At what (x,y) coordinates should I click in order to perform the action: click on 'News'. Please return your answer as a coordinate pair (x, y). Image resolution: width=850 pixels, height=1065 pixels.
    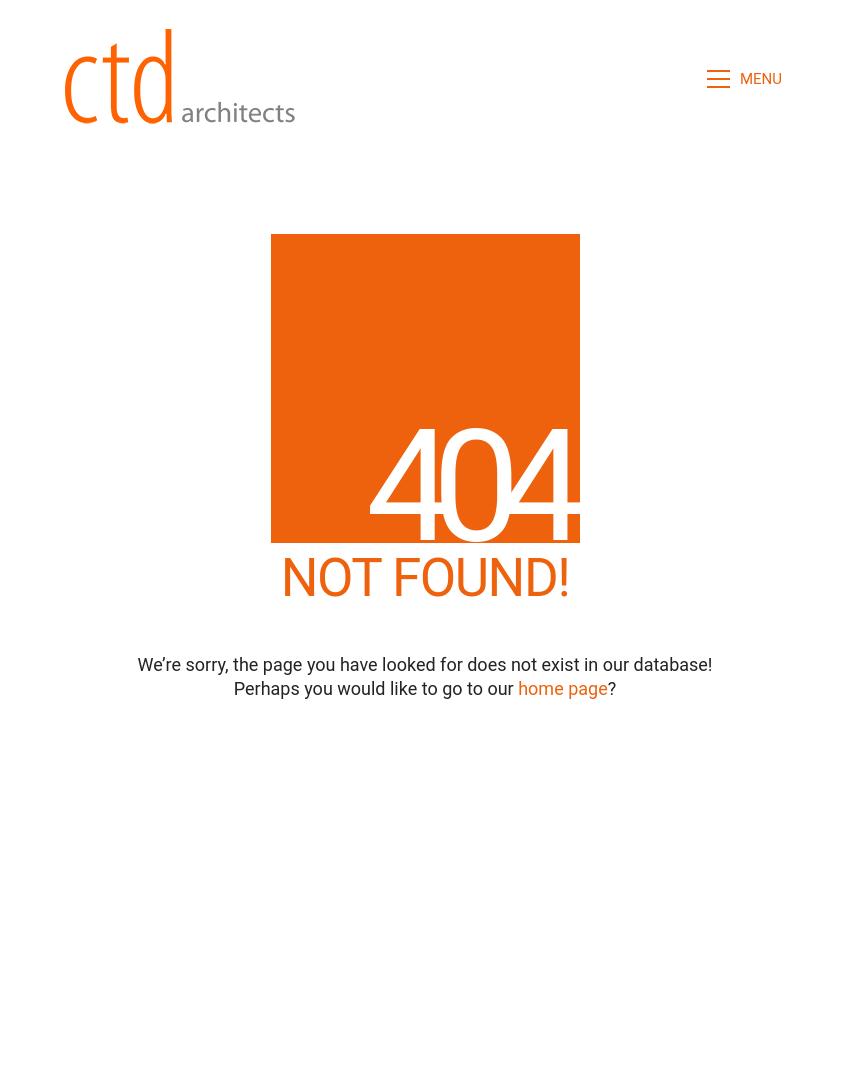
    Looking at the image, I should click on (413, 962).